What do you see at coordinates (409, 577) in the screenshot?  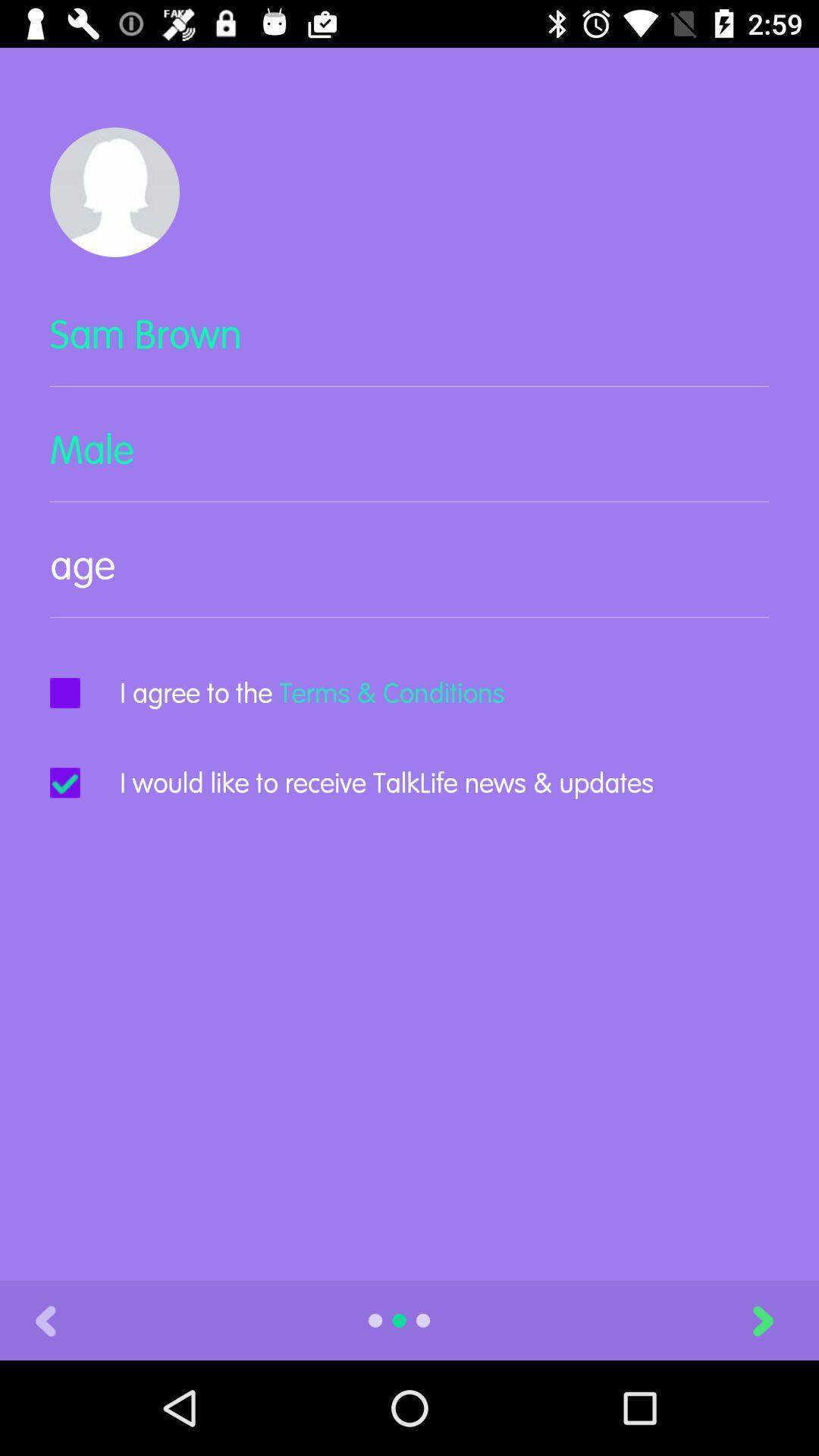 I see `the icon below the male` at bounding box center [409, 577].